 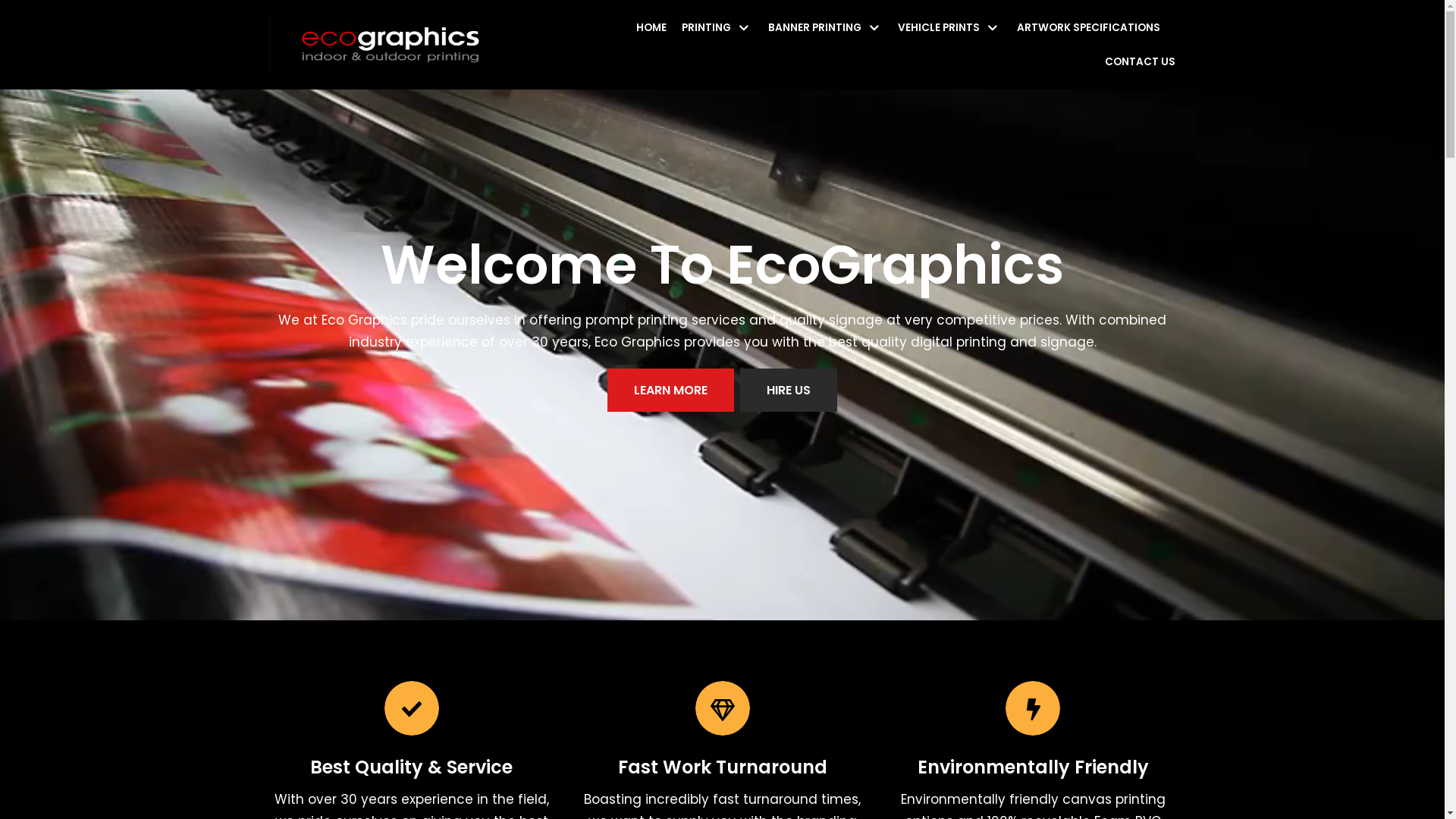 What do you see at coordinates (825, 27) in the screenshot?
I see `'BANNER PRINTING'` at bounding box center [825, 27].